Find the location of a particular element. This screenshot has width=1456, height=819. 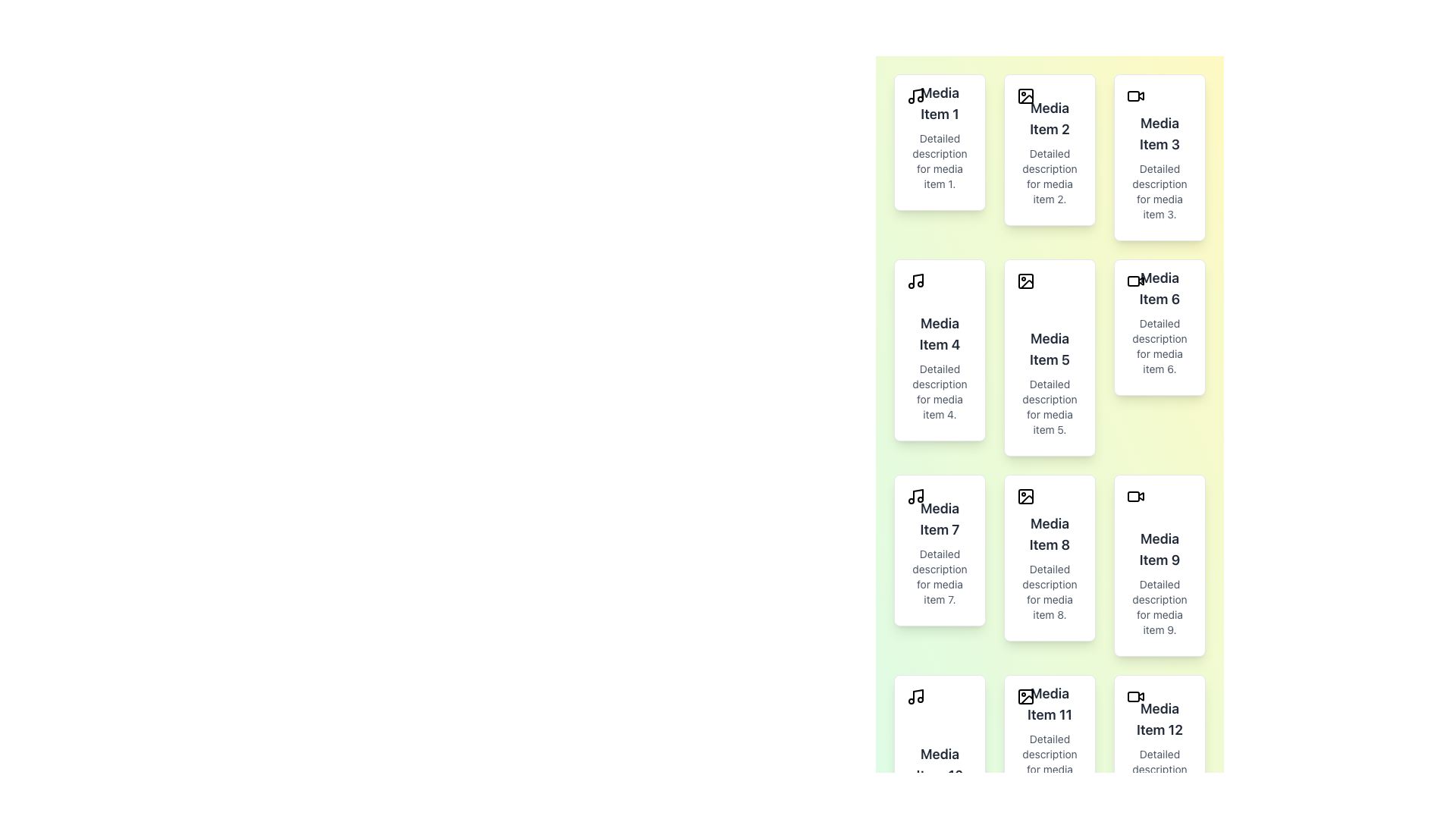

the video icon that visually denotes the content of 'Media Item 12', positioned at the top-left corner of its card is located at coordinates (1135, 696).